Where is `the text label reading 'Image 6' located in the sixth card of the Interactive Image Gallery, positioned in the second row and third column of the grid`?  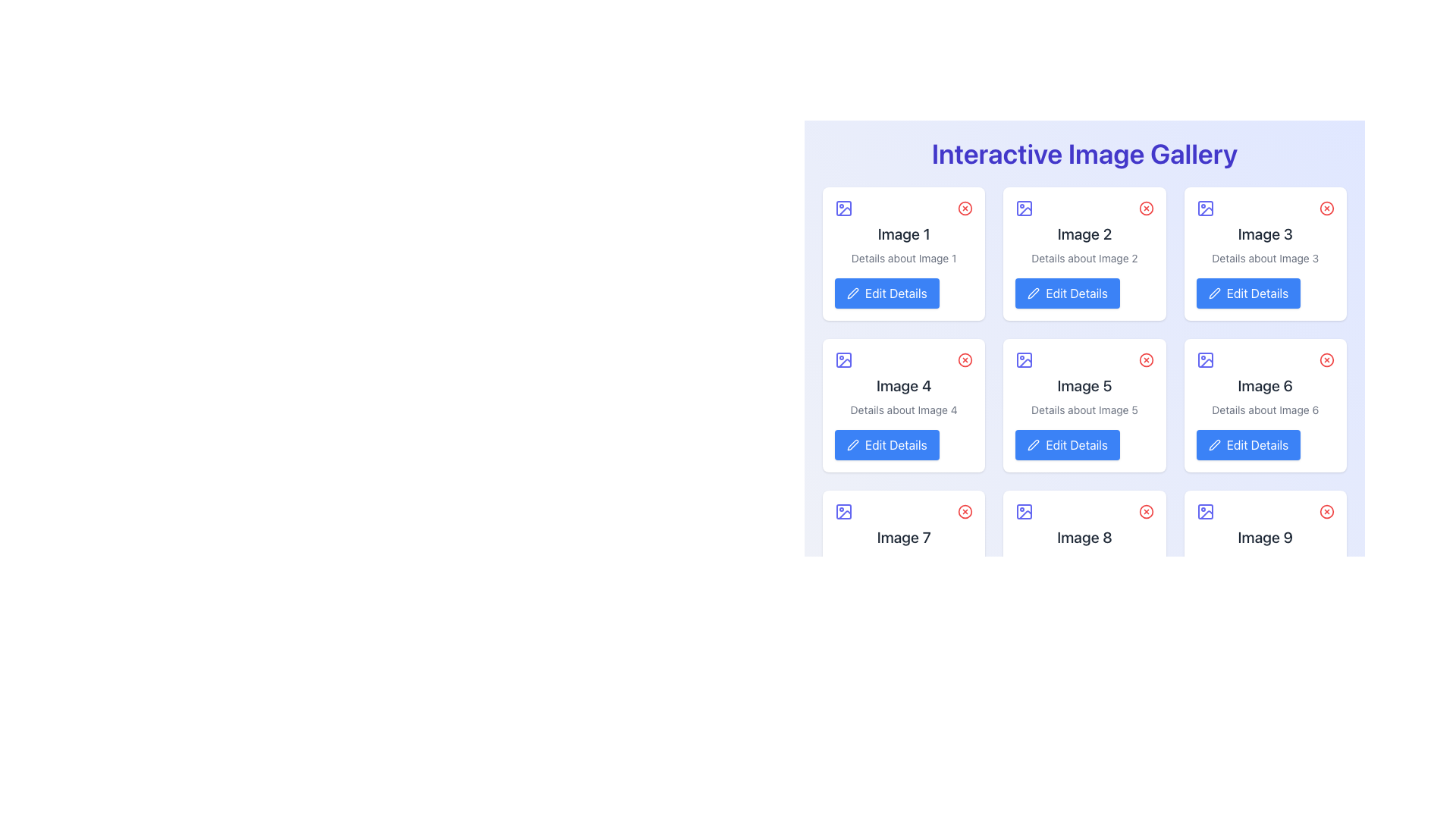
the text label reading 'Image 6' located in the sixth card of the Interactive Image Gallery, positioned in the second row and third column of the grid is located at coordinates (1265, 385).